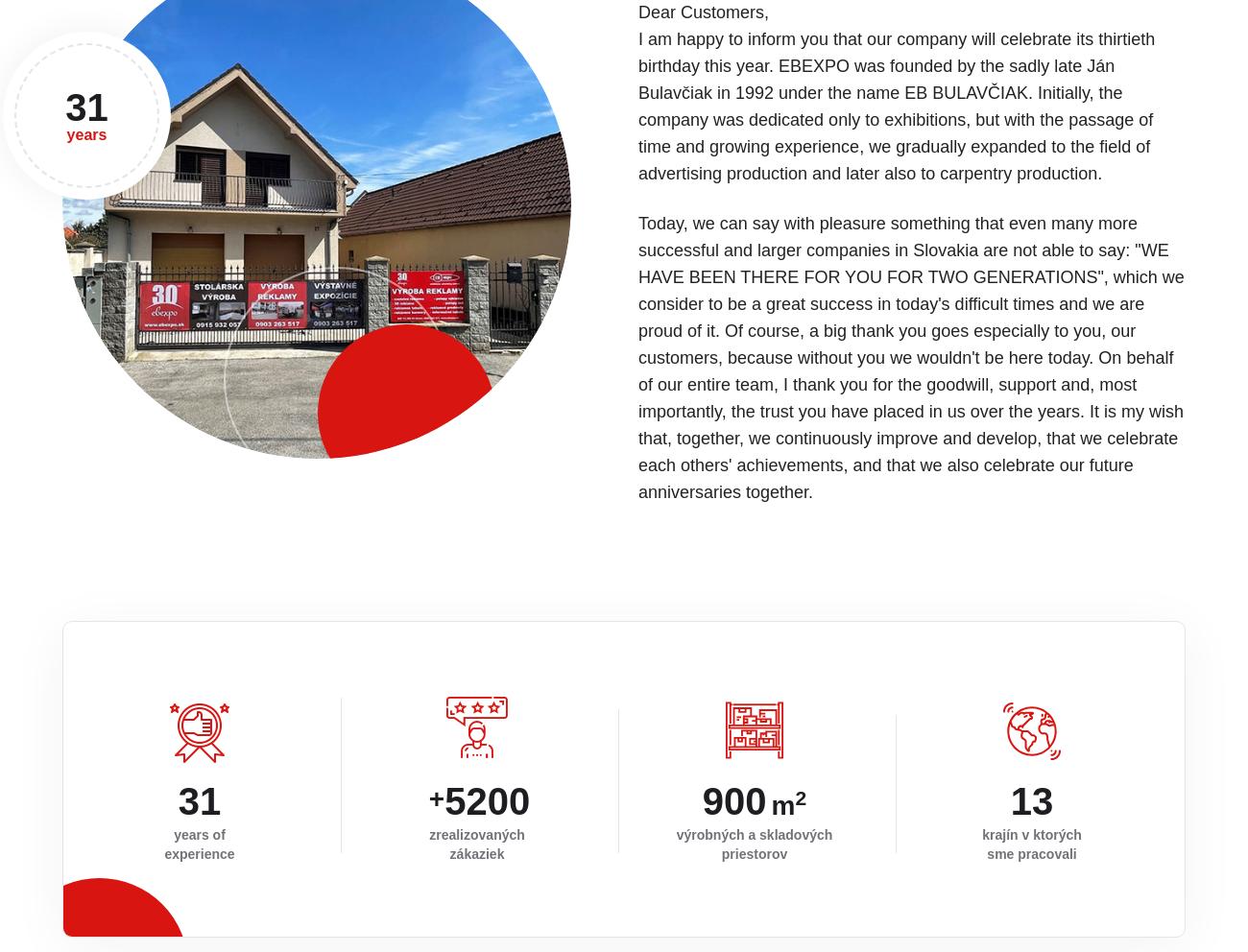  Describe the element at coordinates (1048, 916) in the screenshot. I see `'Cookies'` at that location.